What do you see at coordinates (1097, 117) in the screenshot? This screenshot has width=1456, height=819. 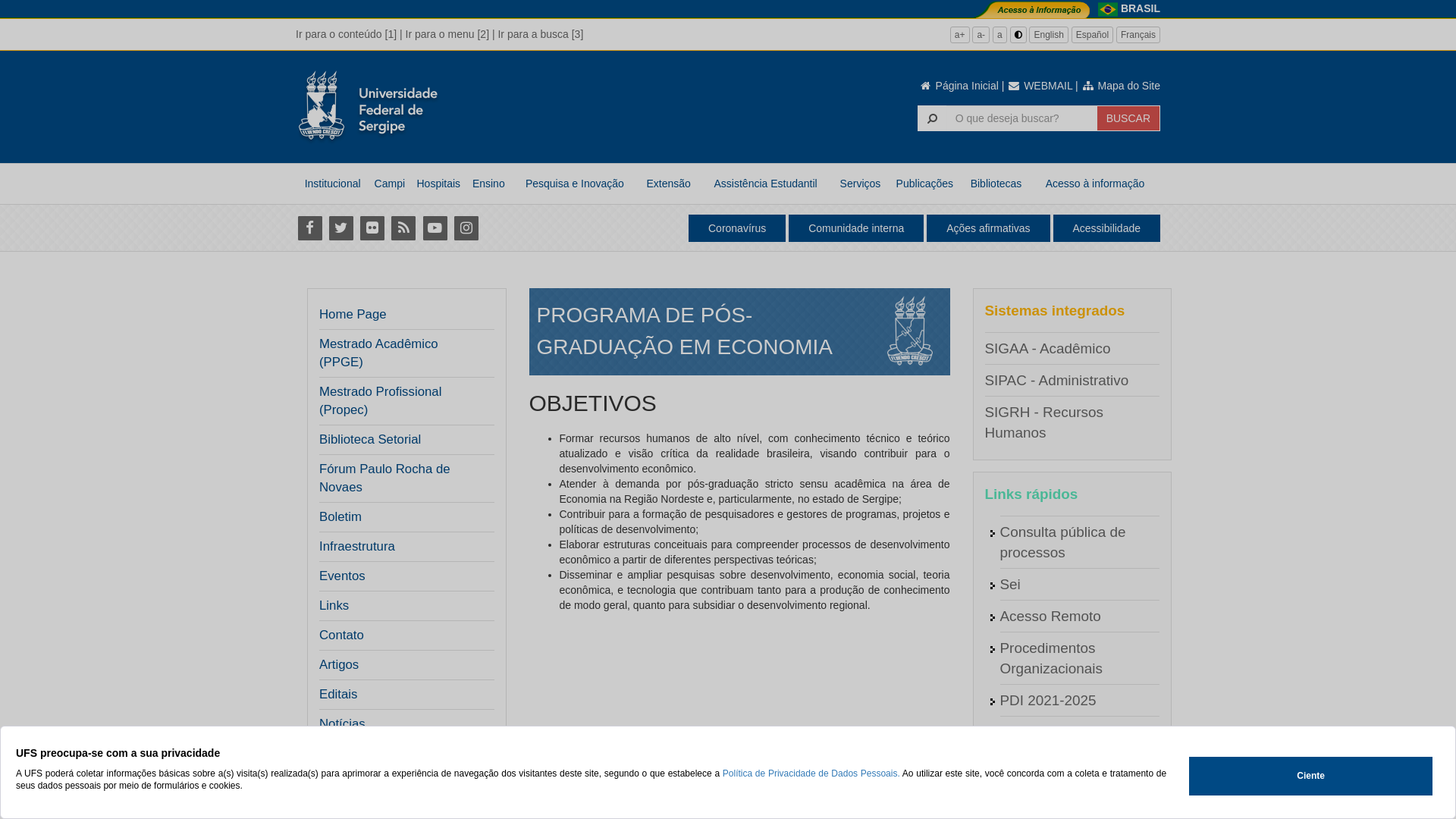 I see `'BUSCAR'` at bounding box center [1097, 117].